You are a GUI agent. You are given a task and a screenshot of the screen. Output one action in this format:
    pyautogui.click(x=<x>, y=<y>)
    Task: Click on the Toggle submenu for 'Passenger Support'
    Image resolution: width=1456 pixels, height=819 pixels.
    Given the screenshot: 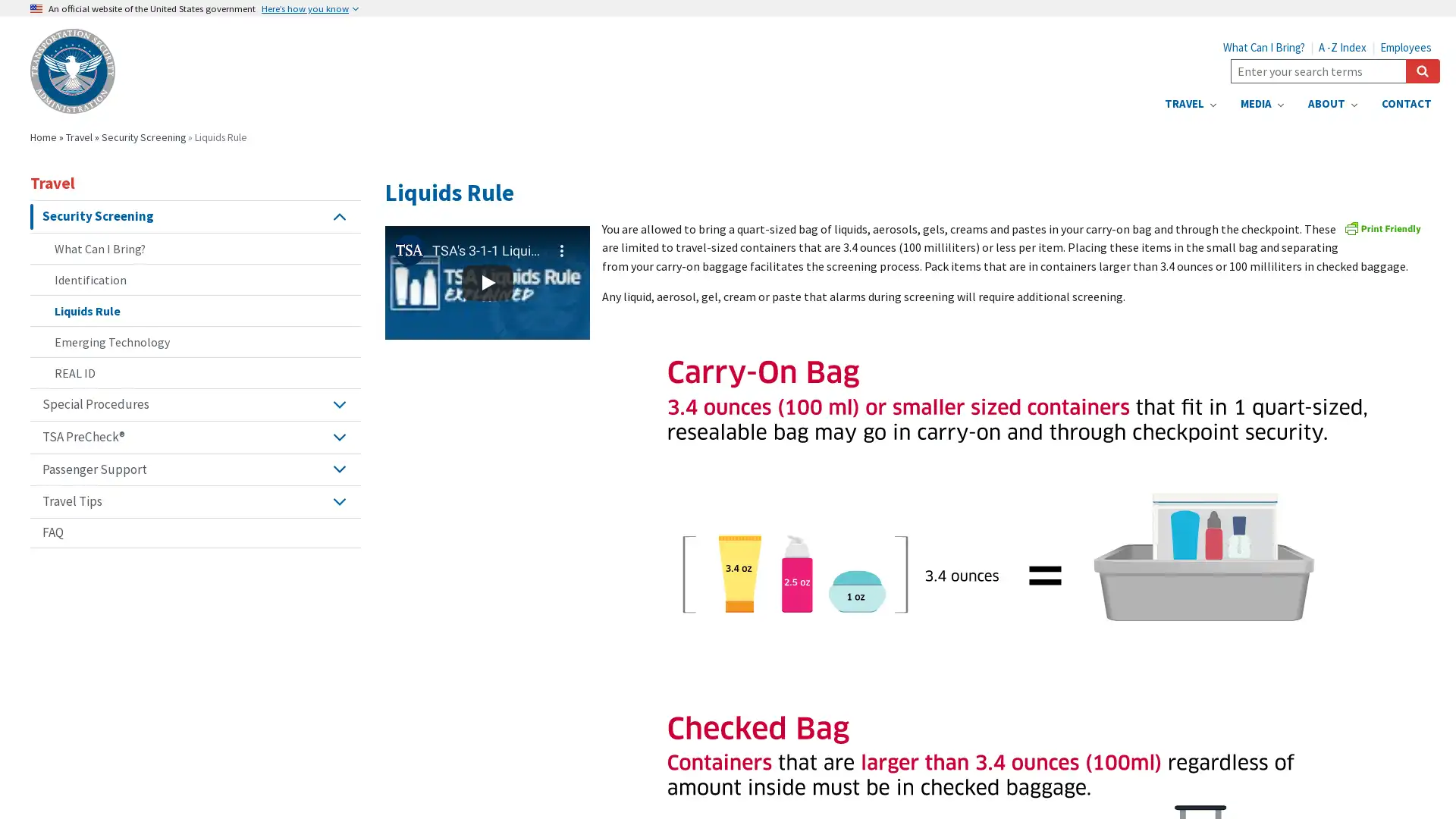 What is the action you would take?
    pyautogui.click(x=338, y=468)
    